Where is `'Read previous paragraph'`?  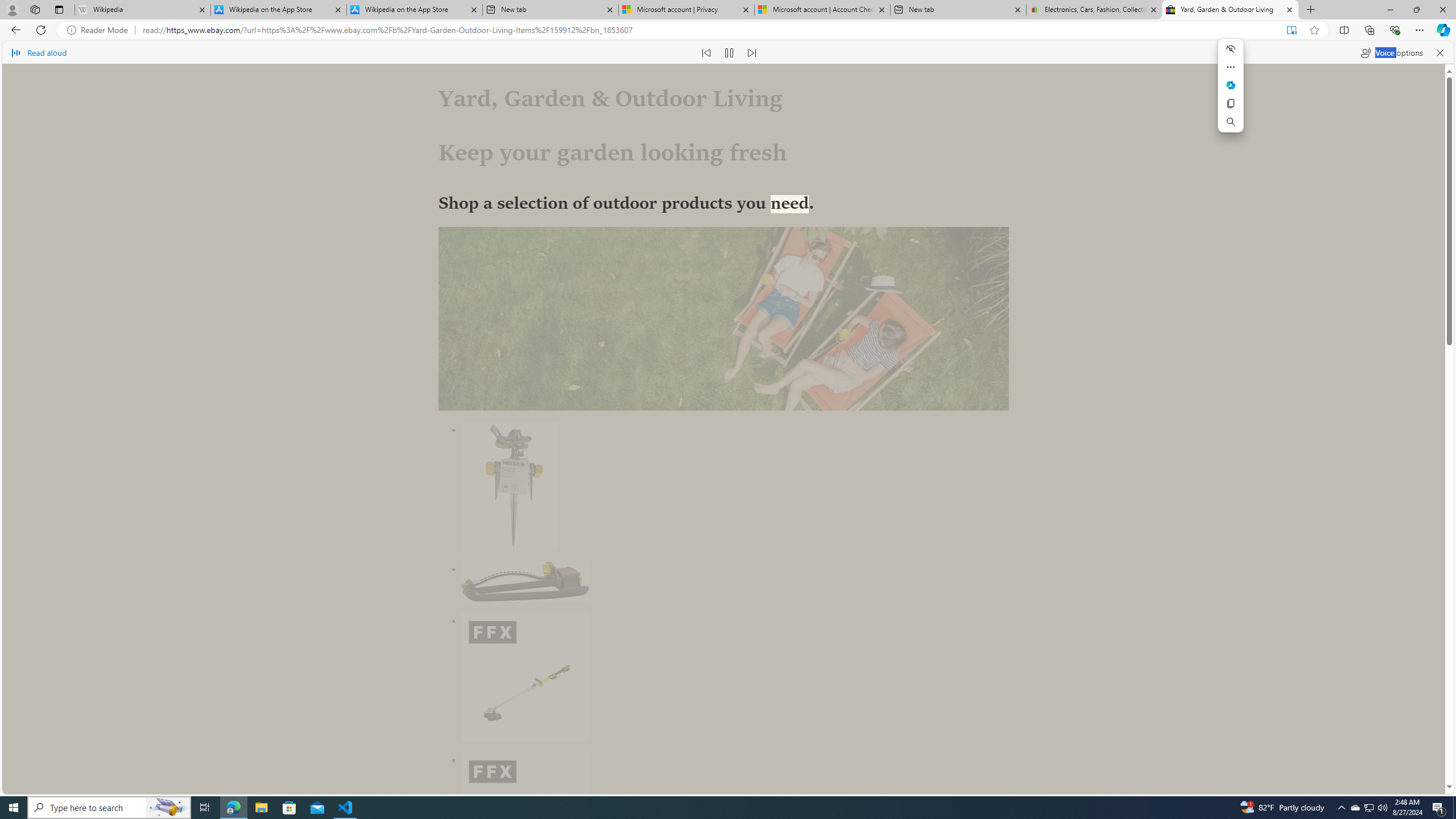
'Read previous paragraph' is located at coordinates (705, 52).